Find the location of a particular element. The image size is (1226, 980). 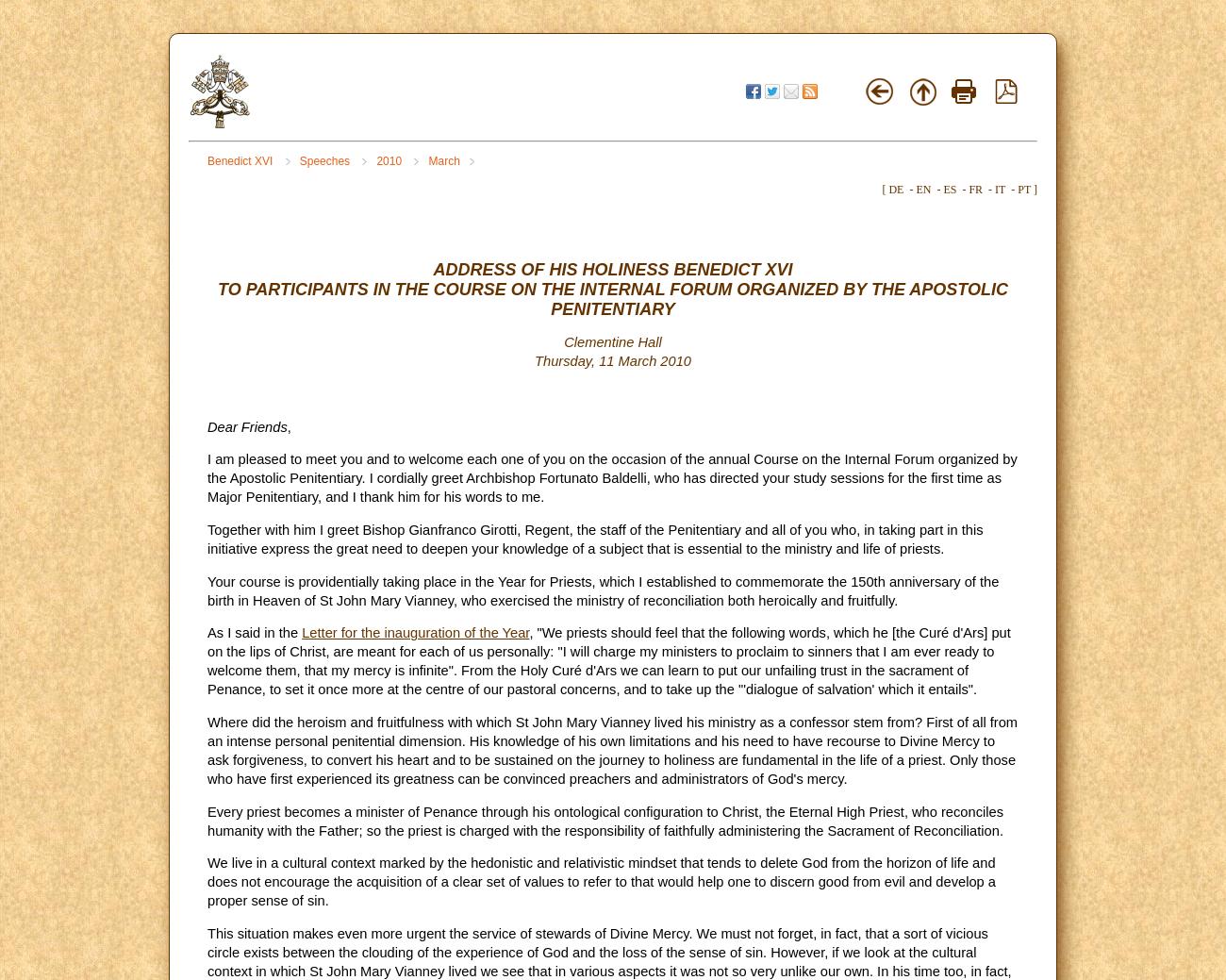

'We live in a cultural context marked by the hedonistic and relativistic mindset that tends to delete God from the horizon of life and does not encourage the acquisition of a clear set of values to refer to that would help one to discern good from evil and develop a proper sense of sin.' is located at coordinates (601, 881).